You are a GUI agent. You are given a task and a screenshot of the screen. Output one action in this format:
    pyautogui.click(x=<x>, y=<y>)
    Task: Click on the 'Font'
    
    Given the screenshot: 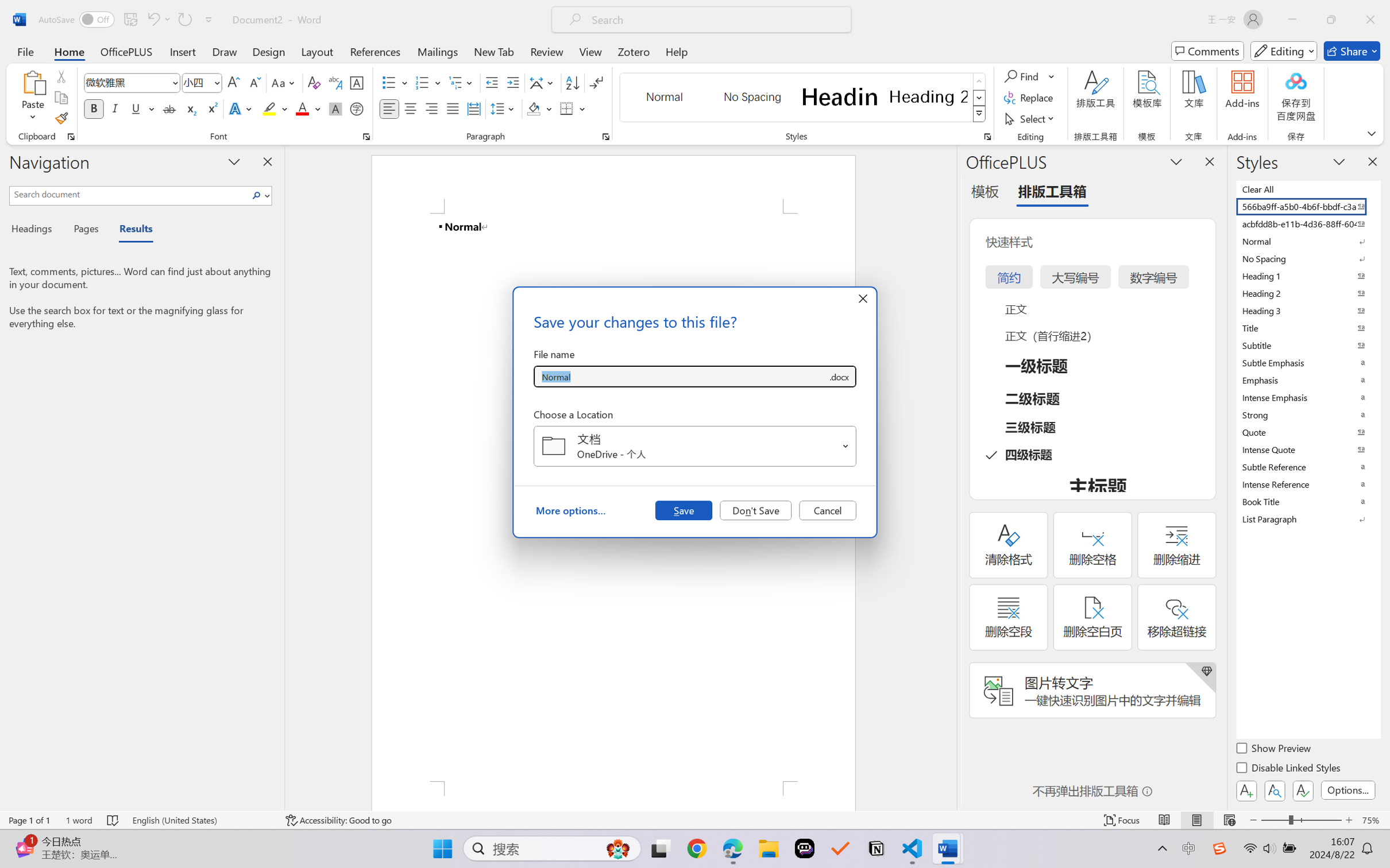 What is the action you would take?
    pyautogui.click(x=126, y=83)
    